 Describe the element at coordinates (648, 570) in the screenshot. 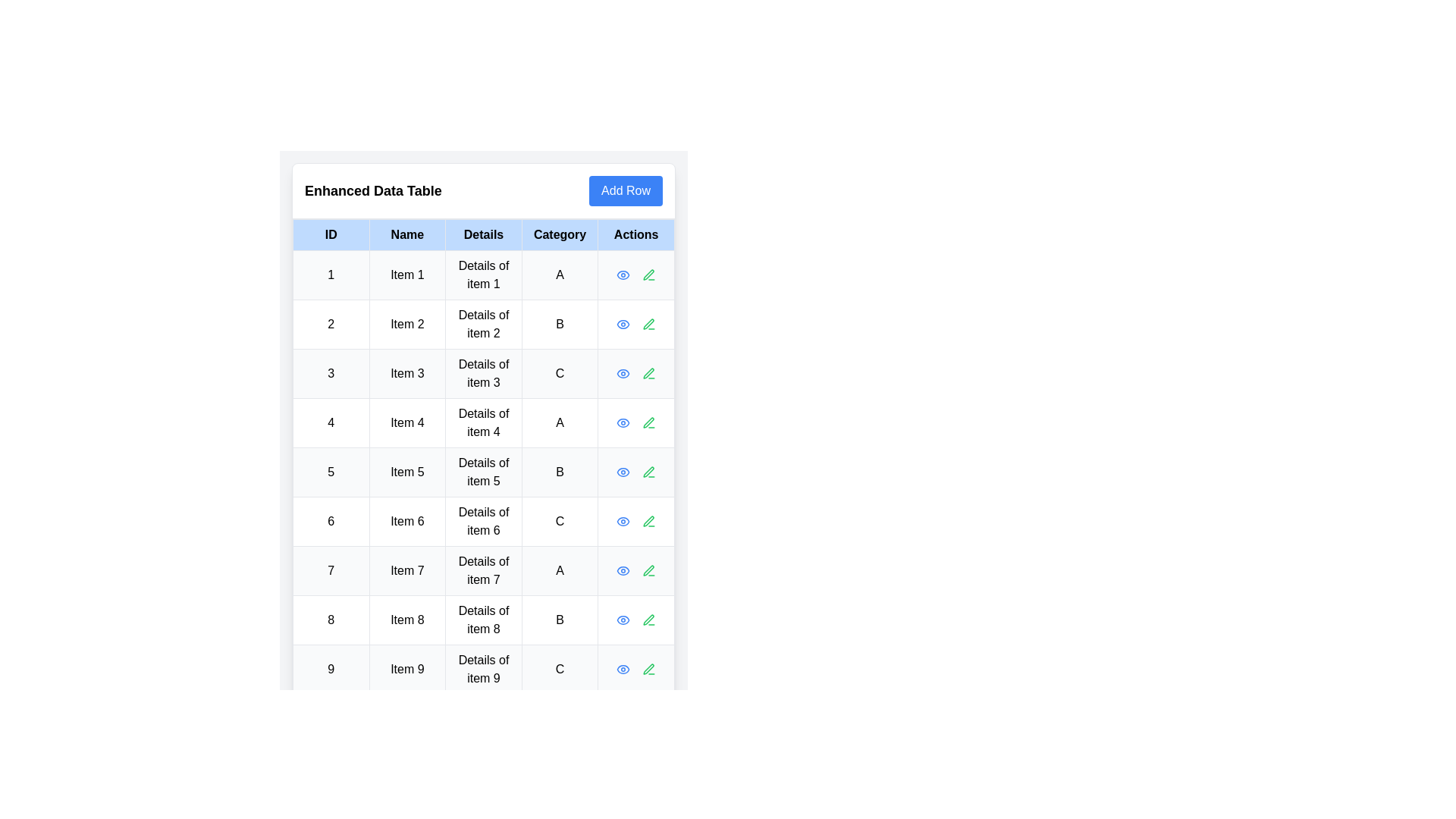

I see `the edit icon, which is a pen or pencil styled button located in the 'Actions' column of the table row for 'Item 7', positioned to the right of the 'view' icon` at that location.